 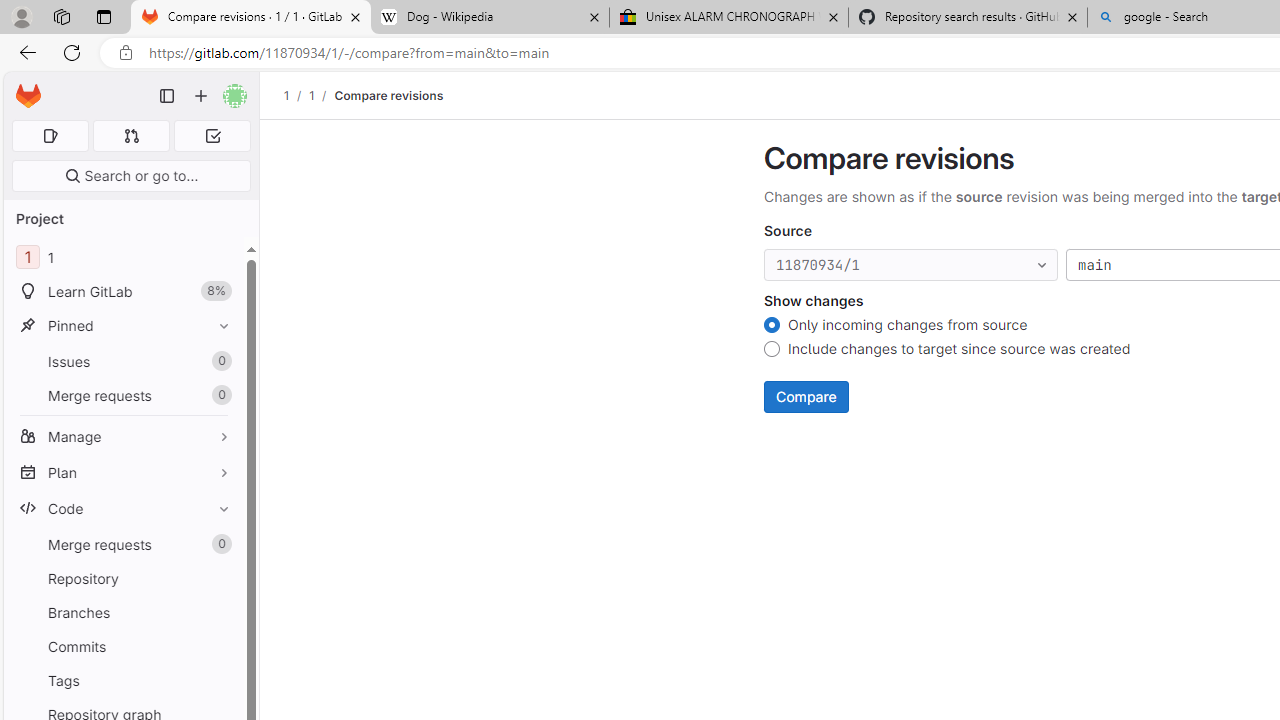 What do you see at coordinates (123, 472) in the screenshot?
I see `'Plan'` at bounding box center [123, 472].